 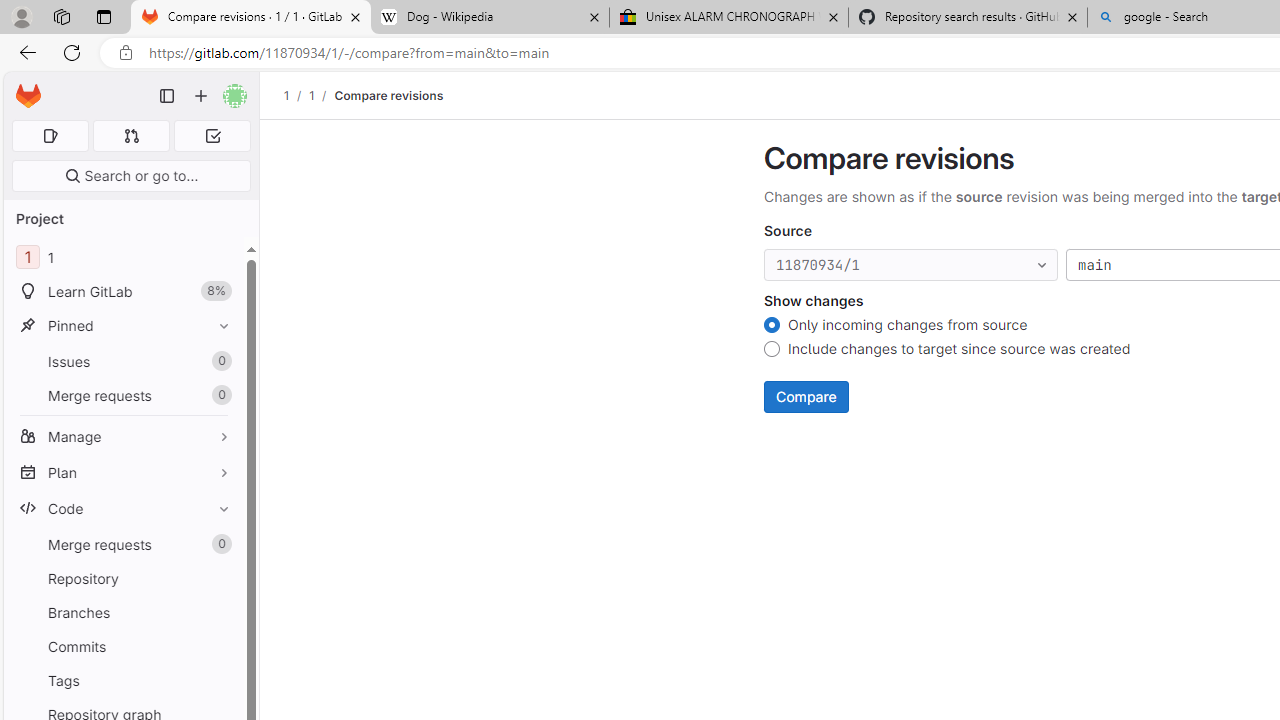 What do you see at coordinates (123, 472) in the screenshot?
I see `'Plan'` at bounding box center [123, 472].